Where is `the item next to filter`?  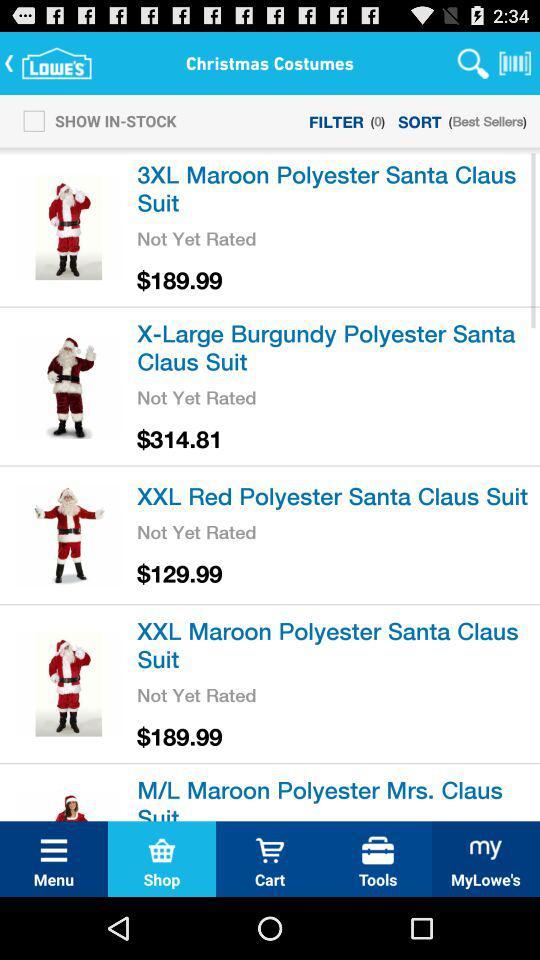
the item next to filter is located at coordinates (93, 120).